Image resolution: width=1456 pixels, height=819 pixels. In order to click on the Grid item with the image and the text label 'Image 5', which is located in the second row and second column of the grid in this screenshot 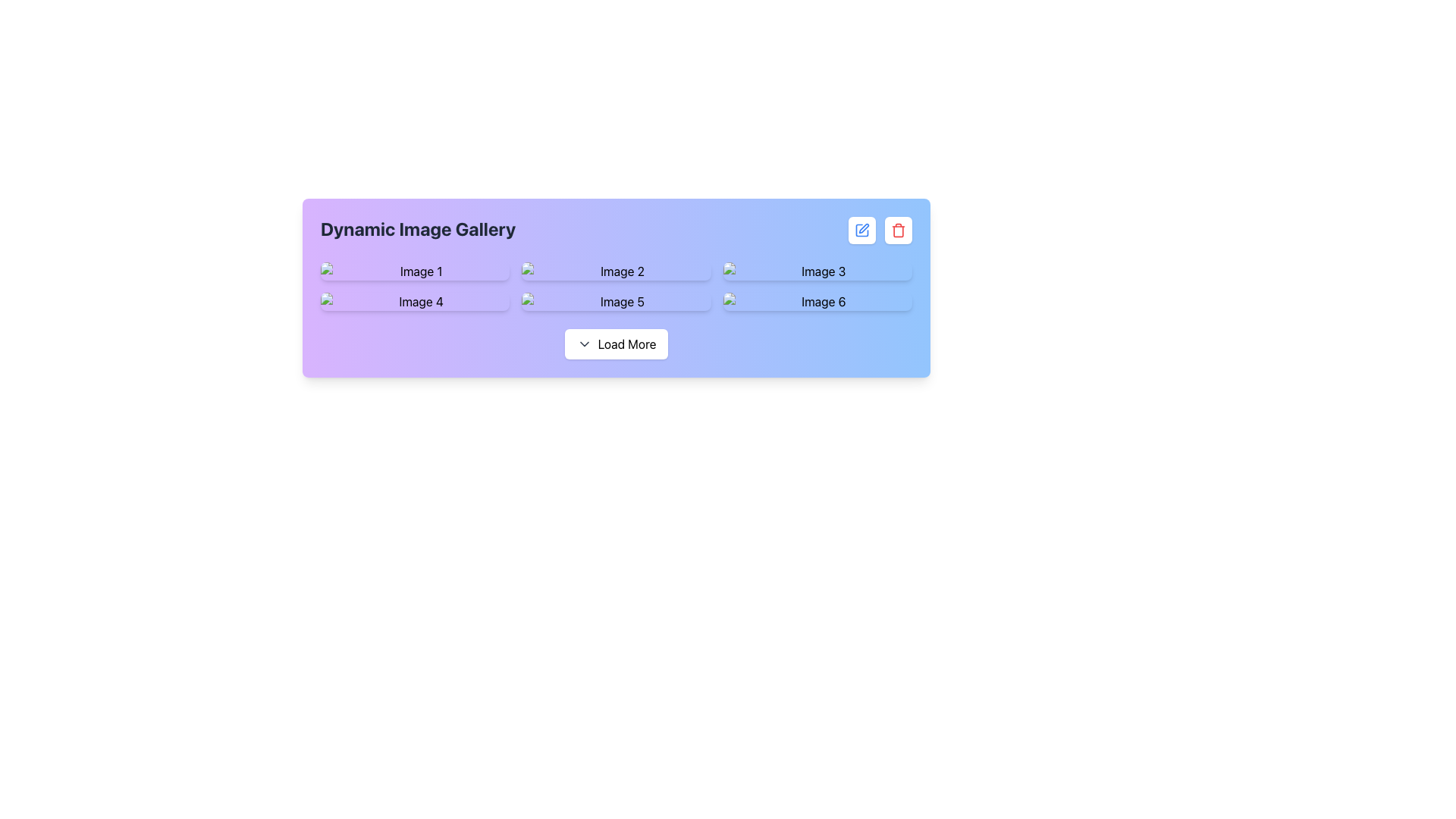, I will do `click(616, 301)`.